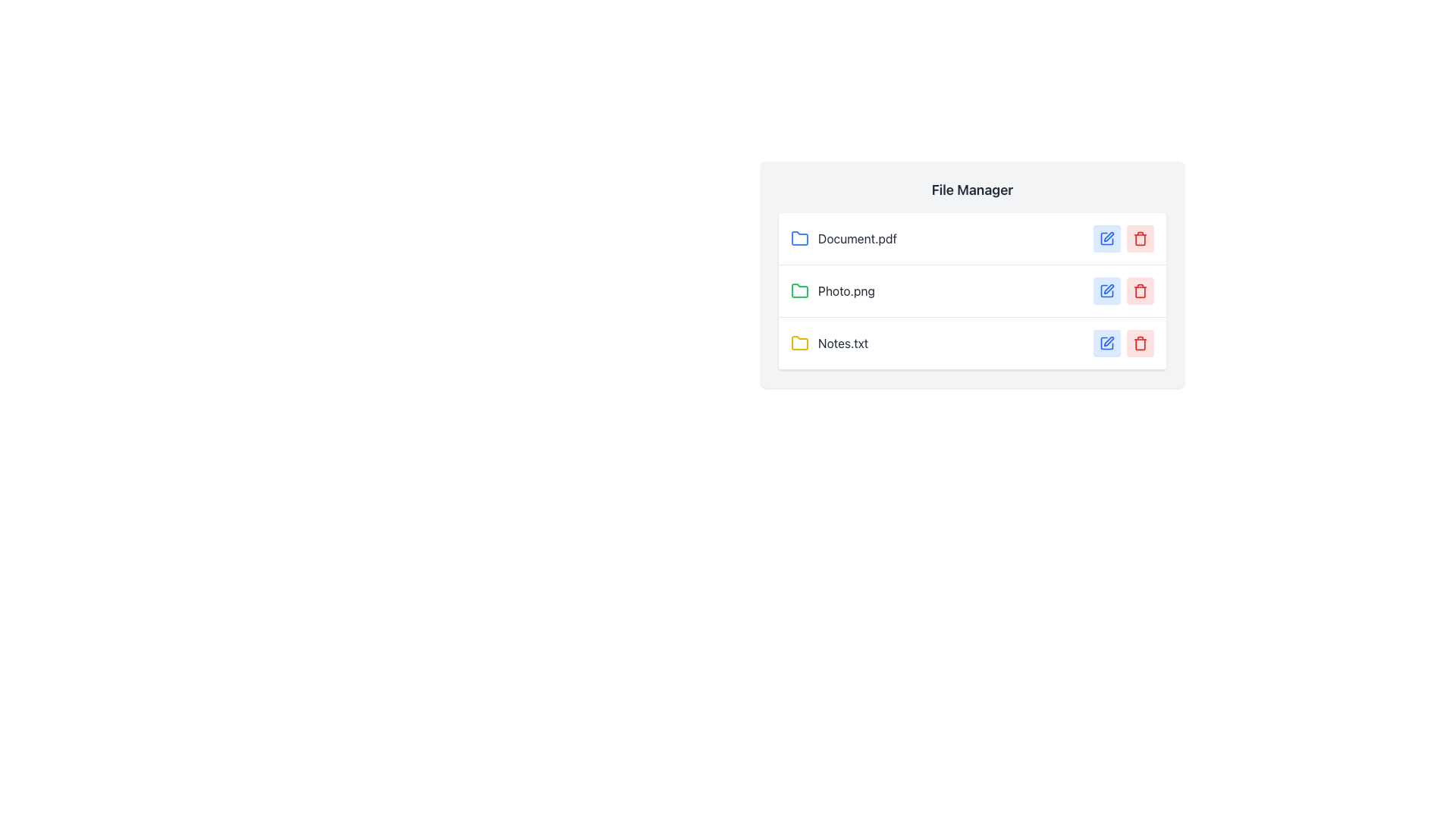  Describe the element at coordinates (1106, 291) in the screenshot. I see `the edit button in the file manager interface` at that location.